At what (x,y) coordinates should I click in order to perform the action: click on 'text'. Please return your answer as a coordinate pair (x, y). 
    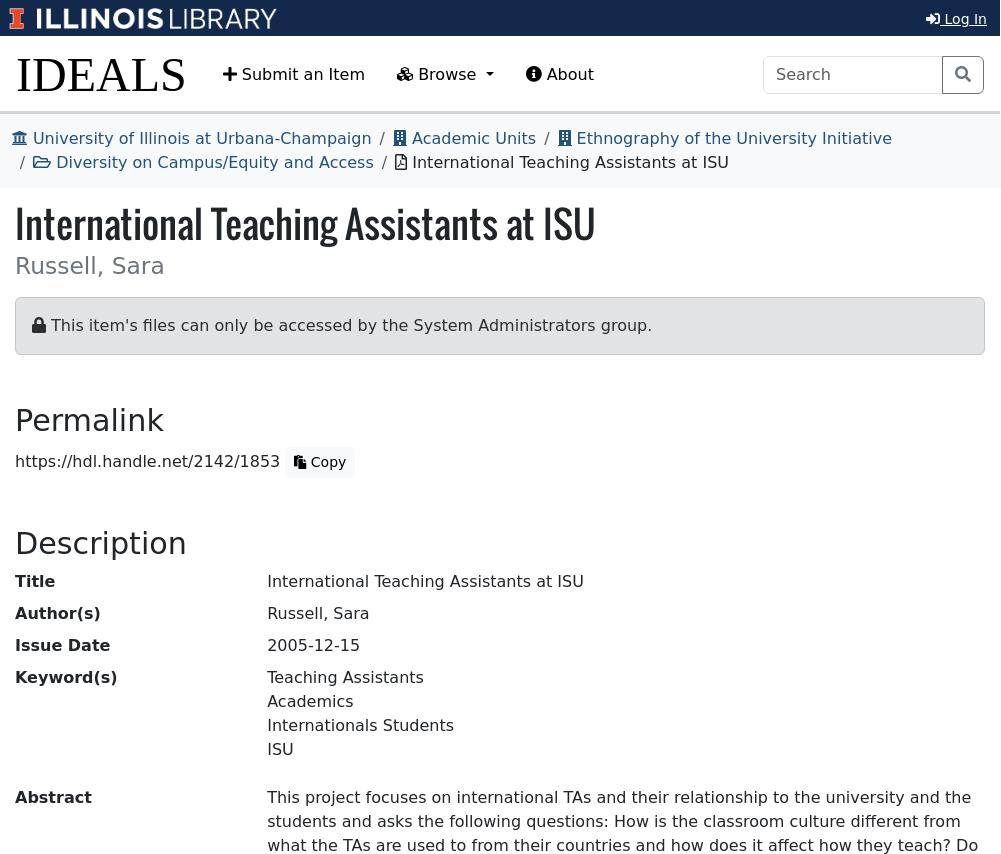
    Looking at the image, I should click on (281, 330).